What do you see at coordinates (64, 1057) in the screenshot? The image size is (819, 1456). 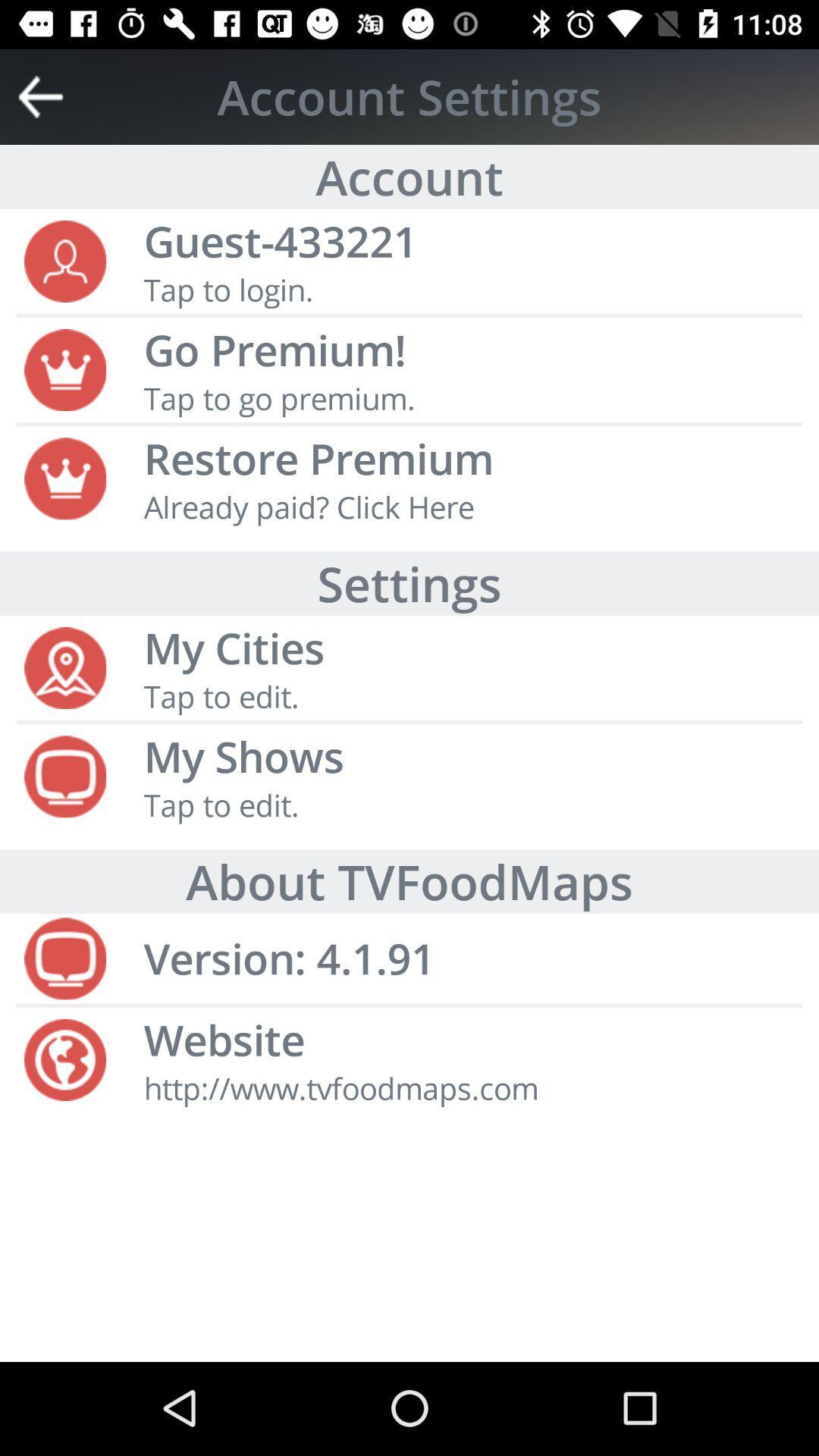 I see `the globe icon` at bounding box center [64, 1057].